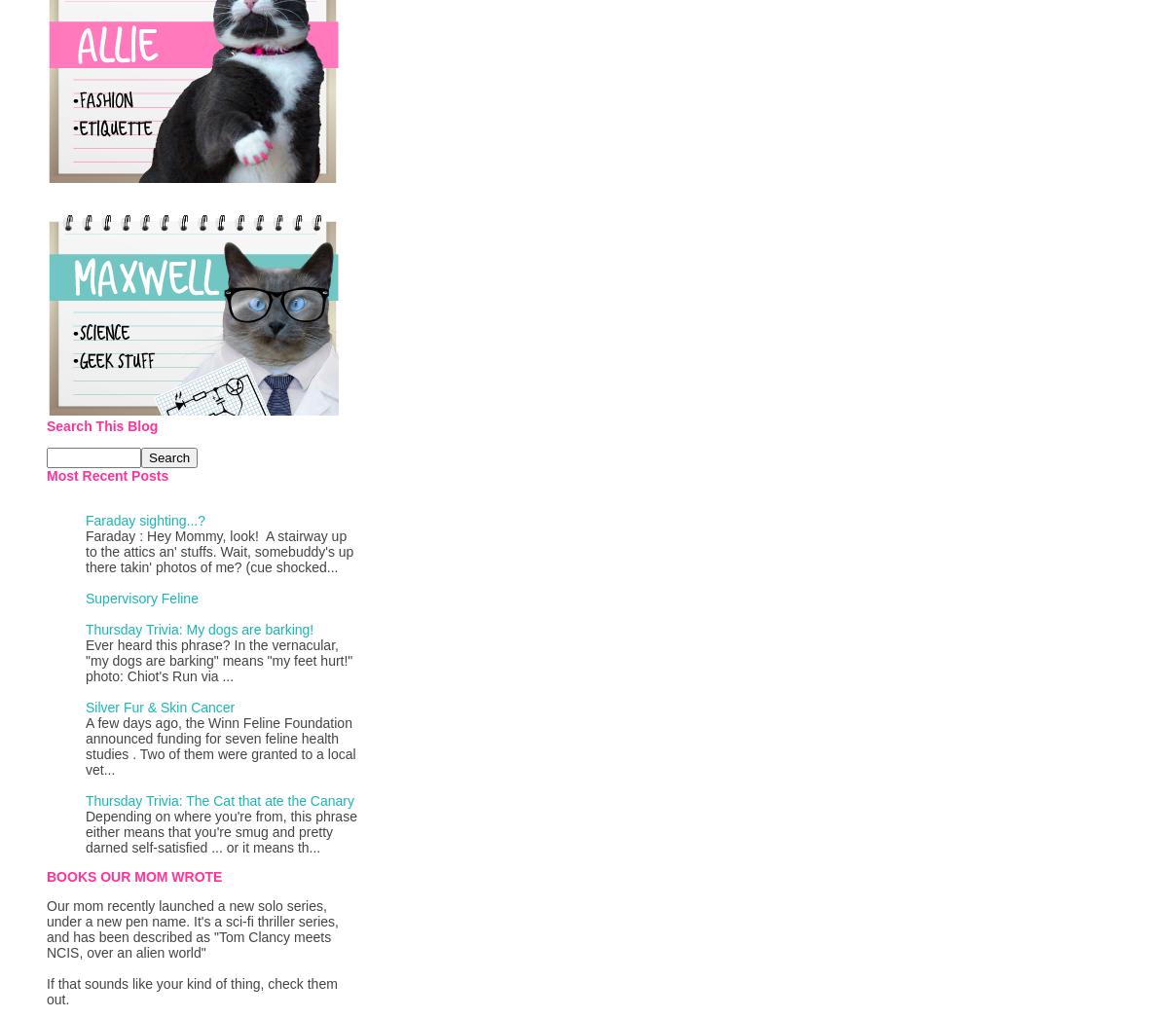  What do you see at coordinates (100, 424) in the screenshot?
I see `'Search This Blog'` at bounding box center [100, 424].